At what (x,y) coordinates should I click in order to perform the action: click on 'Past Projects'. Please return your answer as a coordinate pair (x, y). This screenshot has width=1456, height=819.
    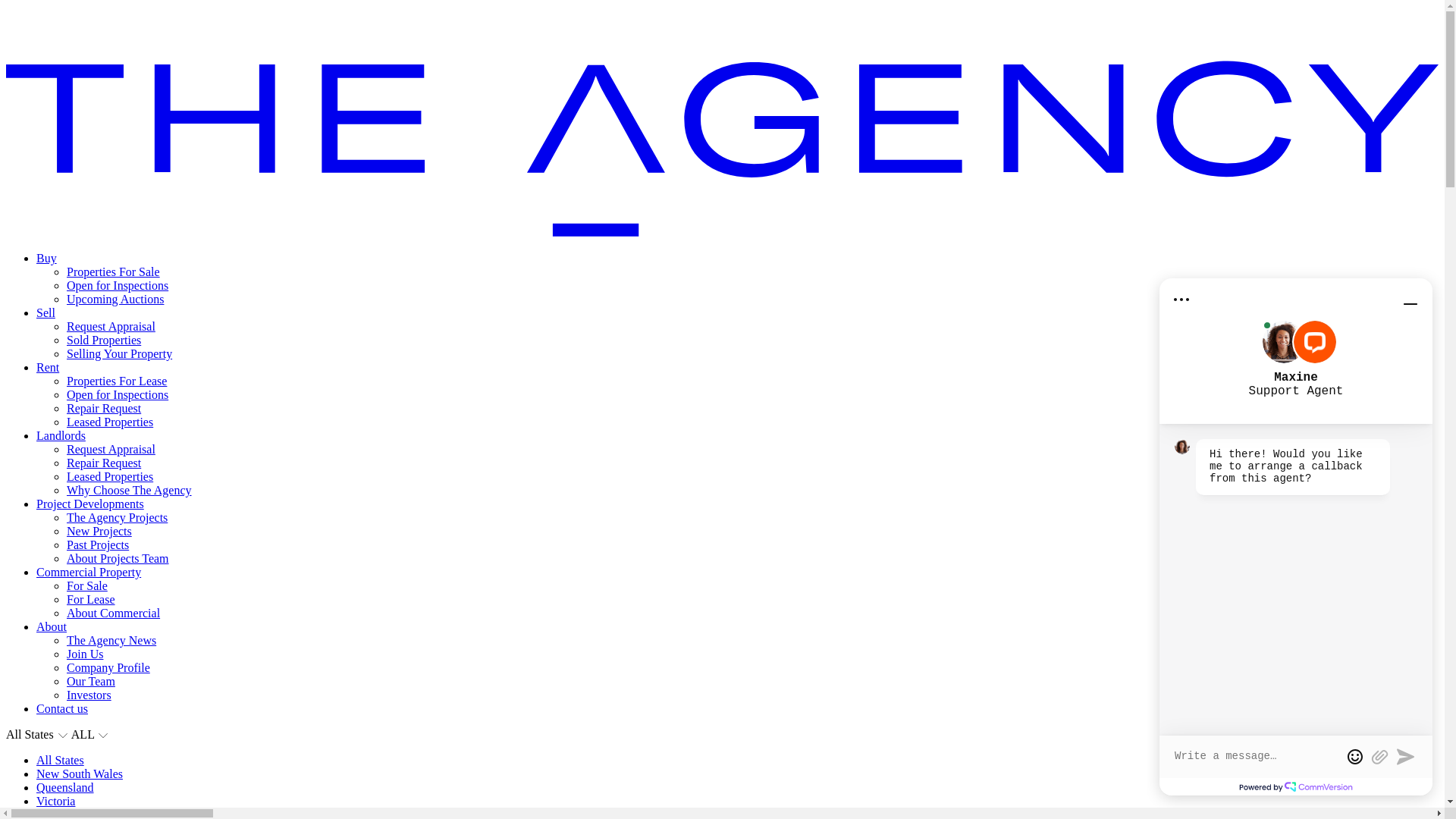
    Looking at the image, I should click on (97, 544).